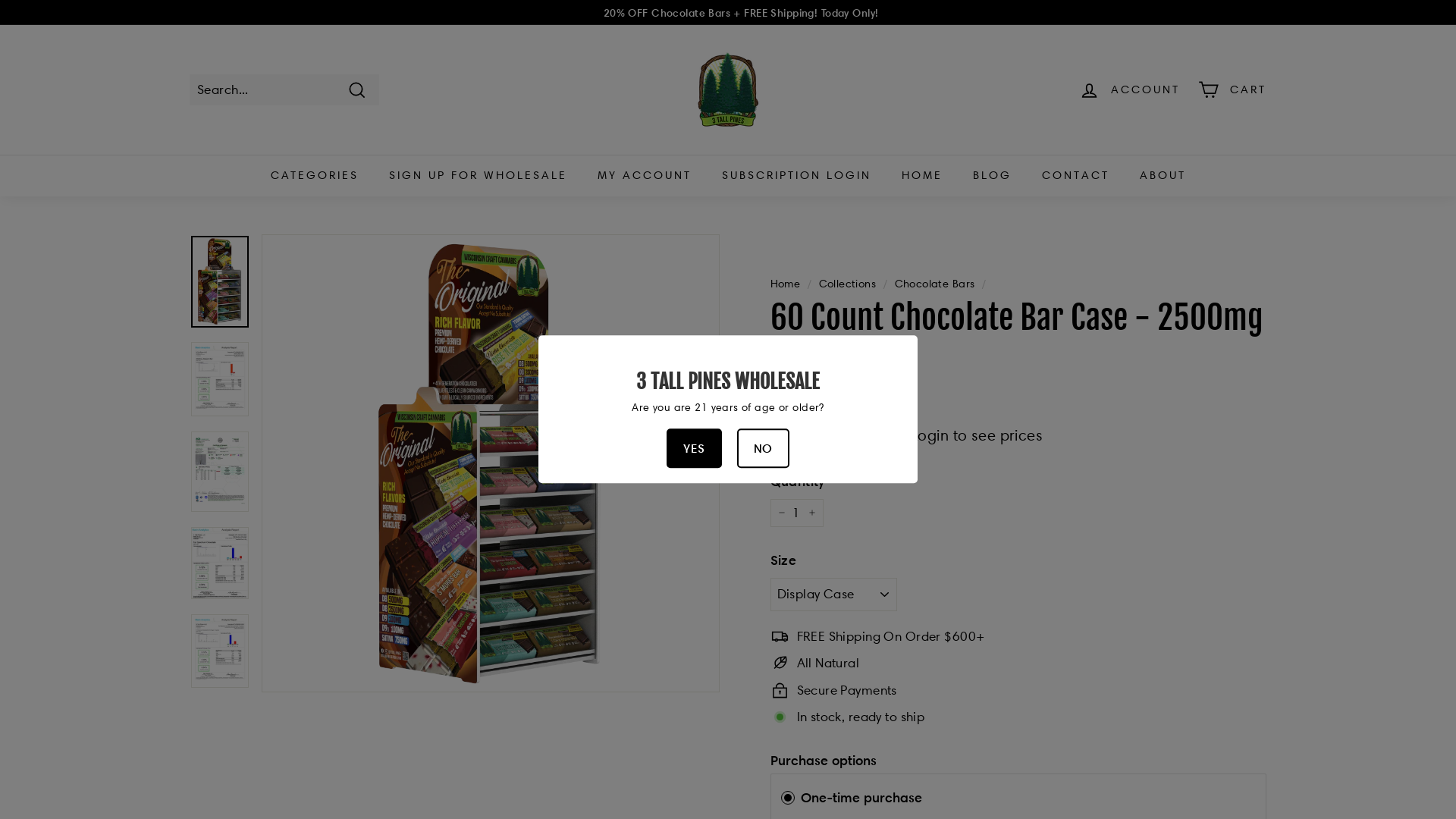  I want to click on 'Chocolate Bars', so click(934, 284).